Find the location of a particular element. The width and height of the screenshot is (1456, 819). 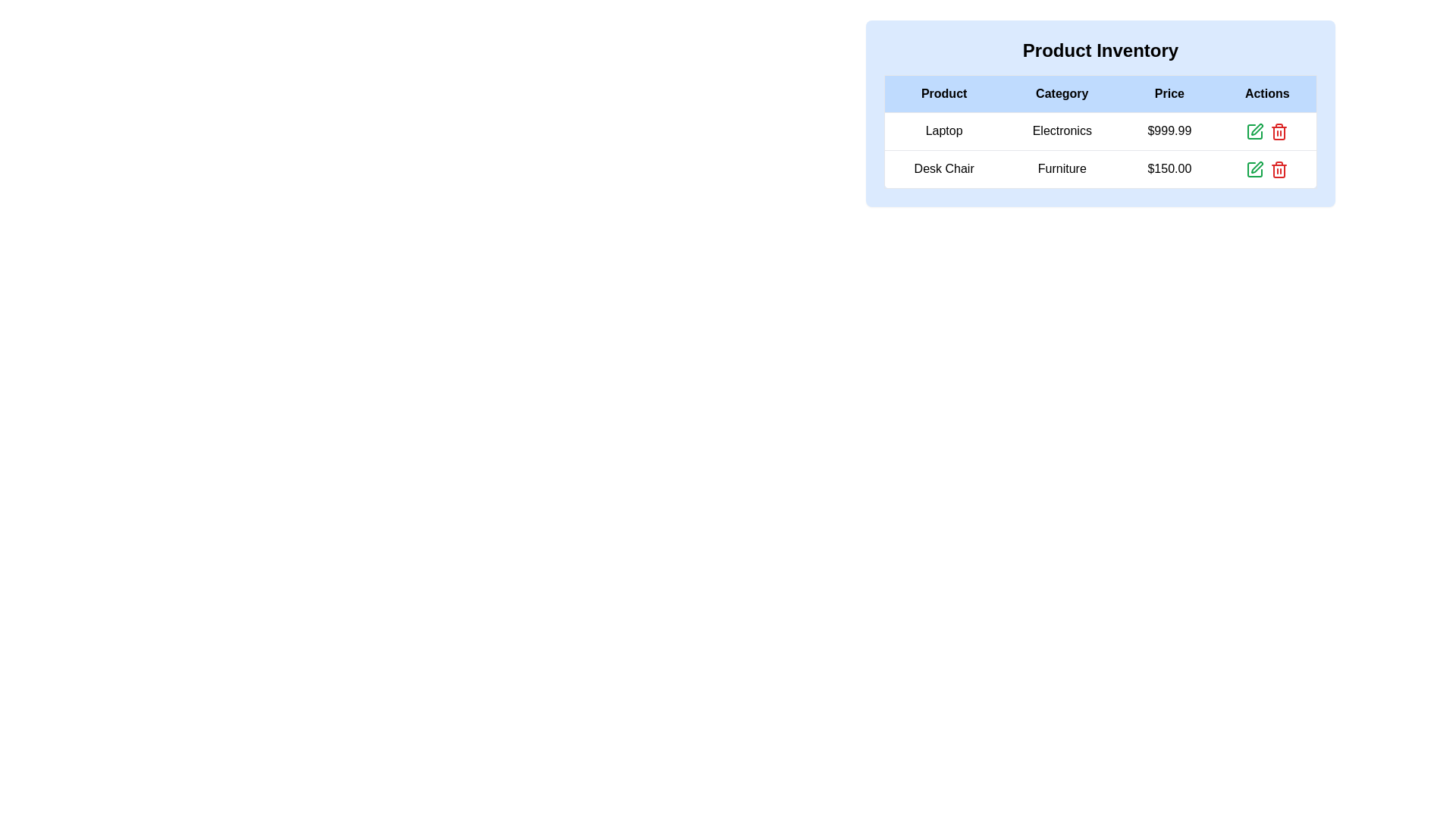

the static text element that reads 'Furniture' located in the second row of the table under the 'Category' column is located at coordinates (1061, 169).